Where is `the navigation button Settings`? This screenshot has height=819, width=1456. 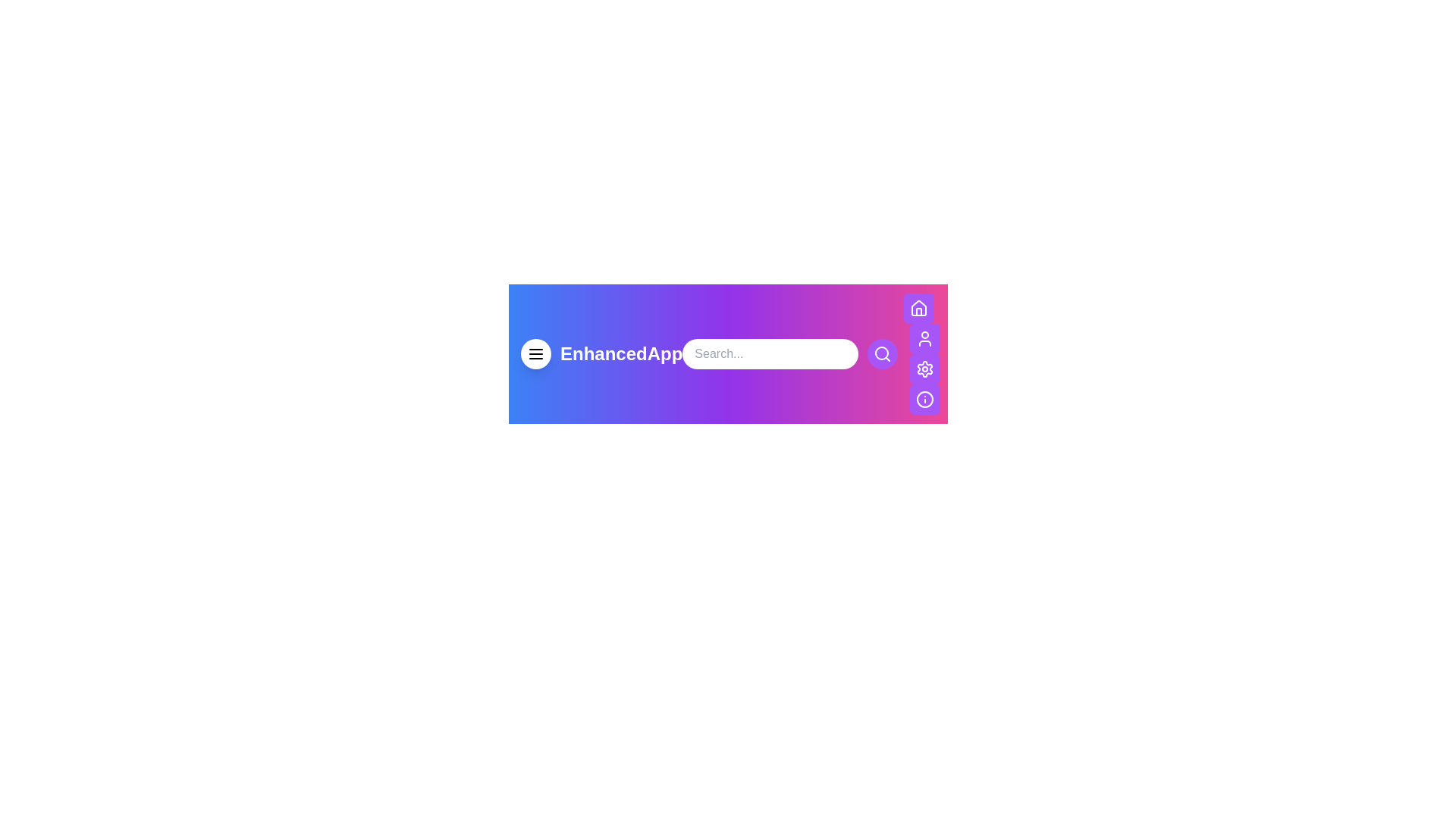
the navigation button Settings is located at coordinates (924, 369).